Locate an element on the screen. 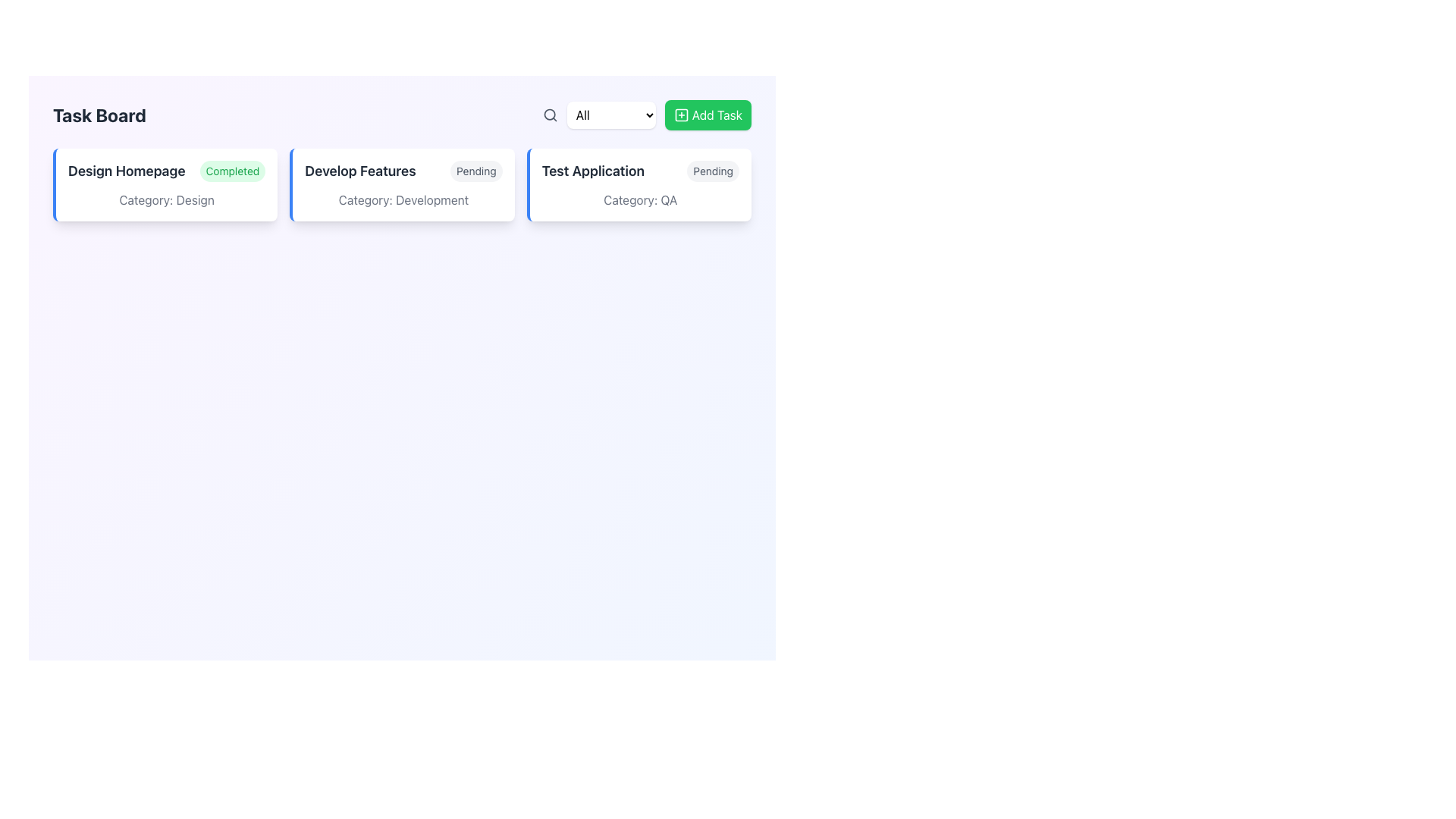  the gray search icon styled as a magnifying glass, located to the immediate left of the dropdown labeled 'All' and near the green button labeled 'Add Task' is located at coordinates (549, 114).